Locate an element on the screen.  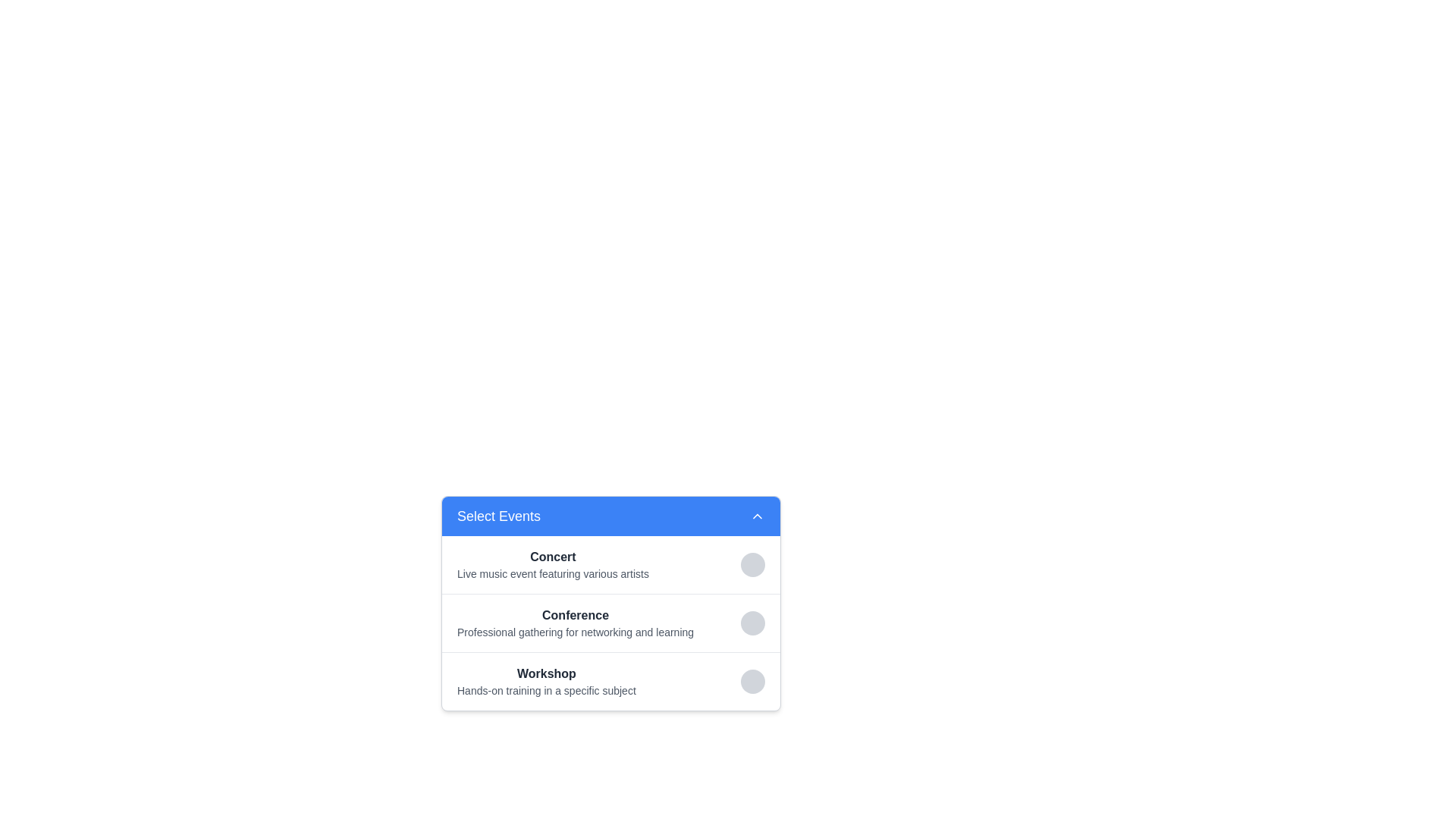
the conference event list item, which is positioned second in the vertical list between 'Concert' and 'Workshop' is located at coordinates (611, 623).